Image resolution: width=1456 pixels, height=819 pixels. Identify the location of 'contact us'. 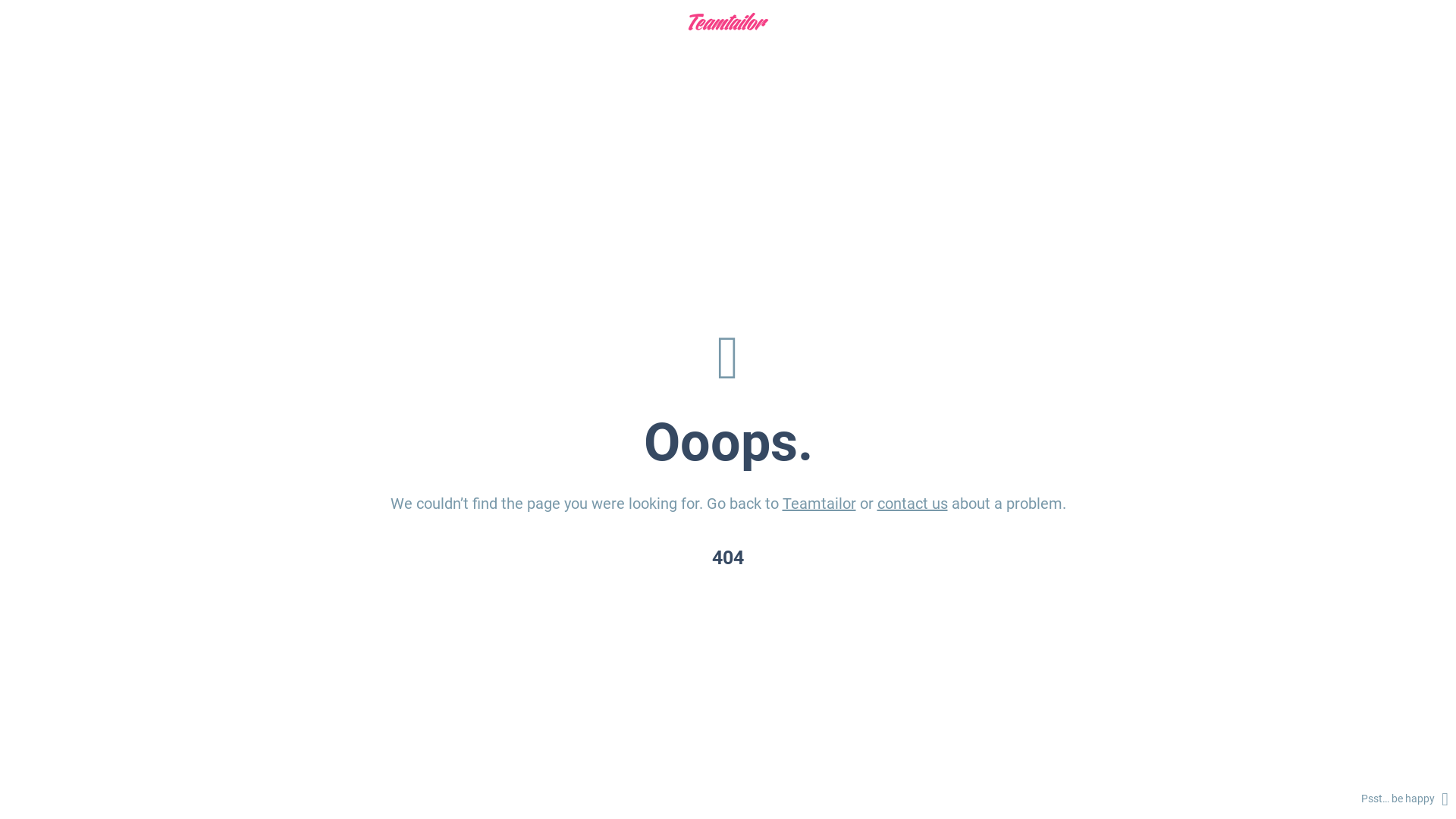
(877, 503).